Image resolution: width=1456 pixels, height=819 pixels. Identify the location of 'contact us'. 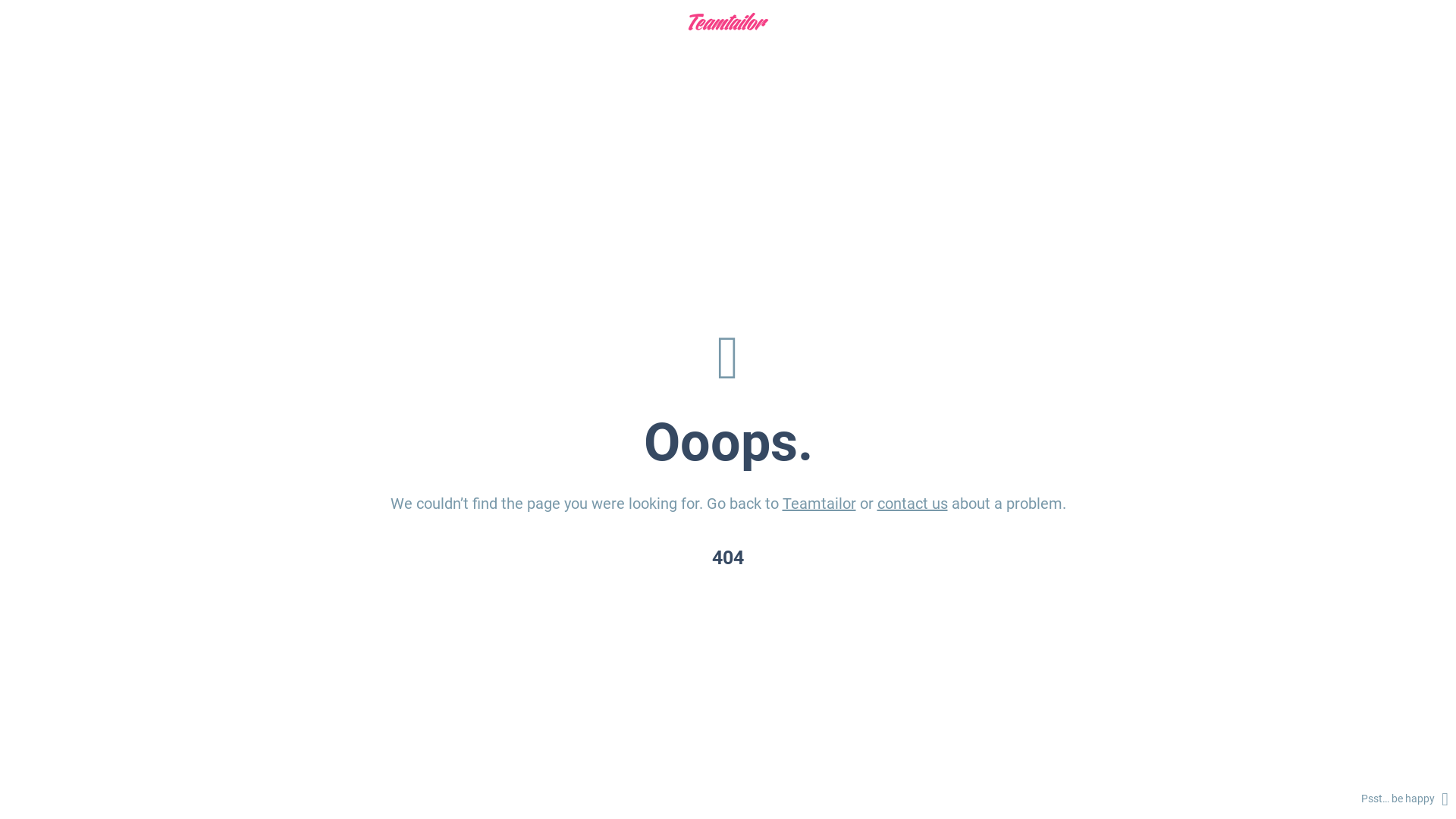
(877, 503).